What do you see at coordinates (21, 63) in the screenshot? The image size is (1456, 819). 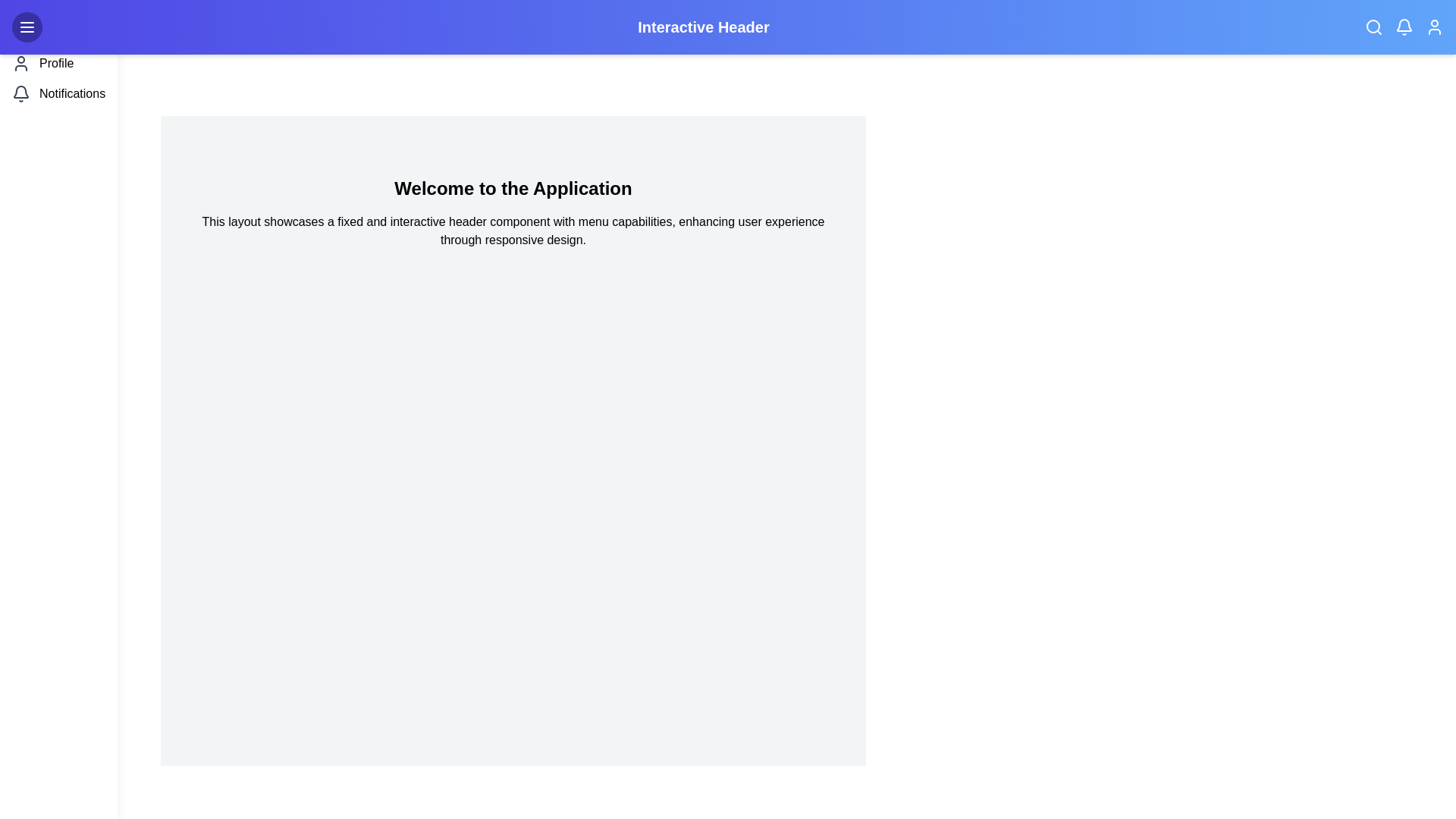 I see `the user profile icon located in the upper left sidebar before the label text 'Profile'` at bounding box center [21, 63].